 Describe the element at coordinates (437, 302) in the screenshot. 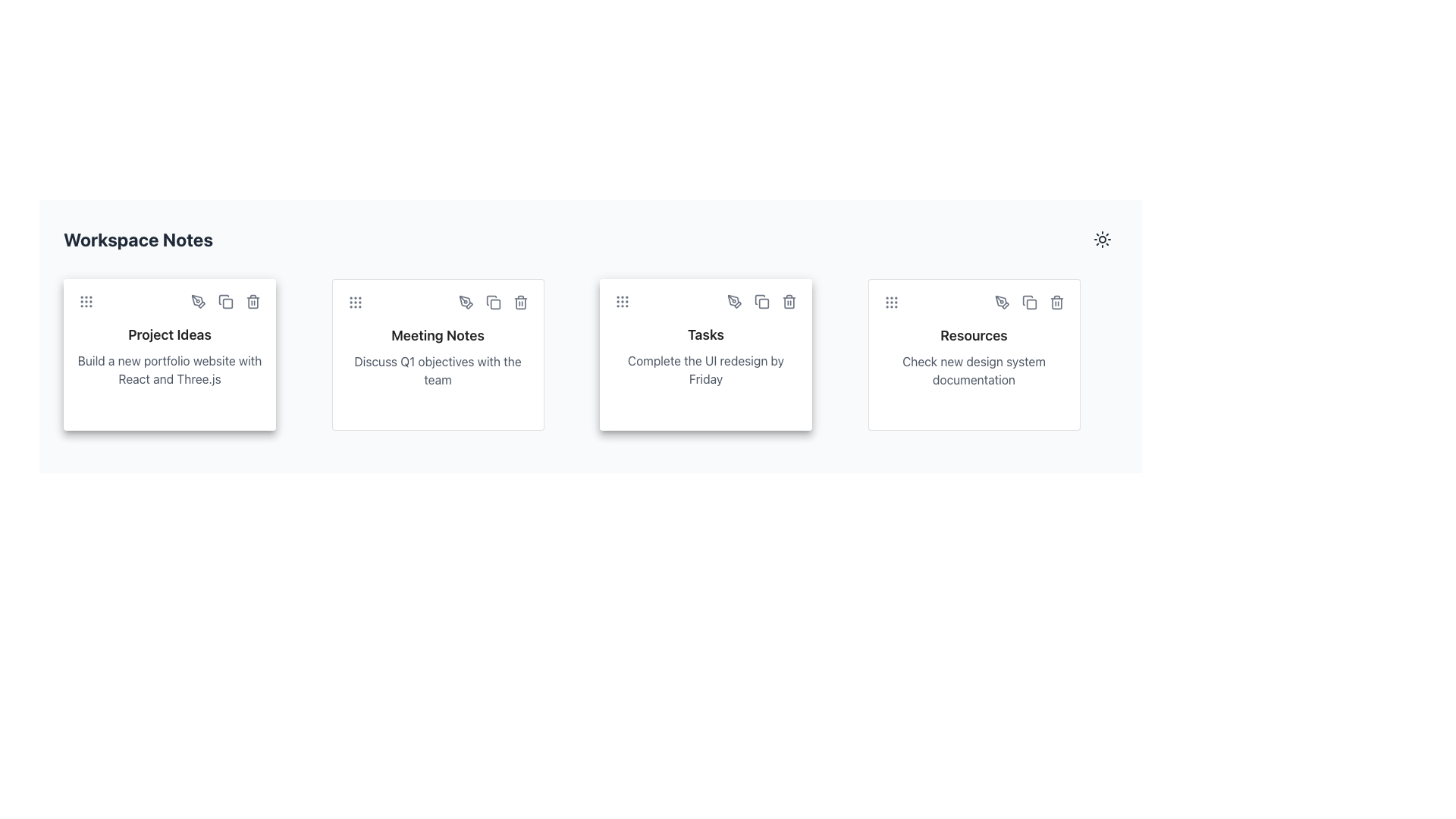

I see `one of the icons in the horizontal toolbar located at the top of the 'Meeting Notes' card` at that location.